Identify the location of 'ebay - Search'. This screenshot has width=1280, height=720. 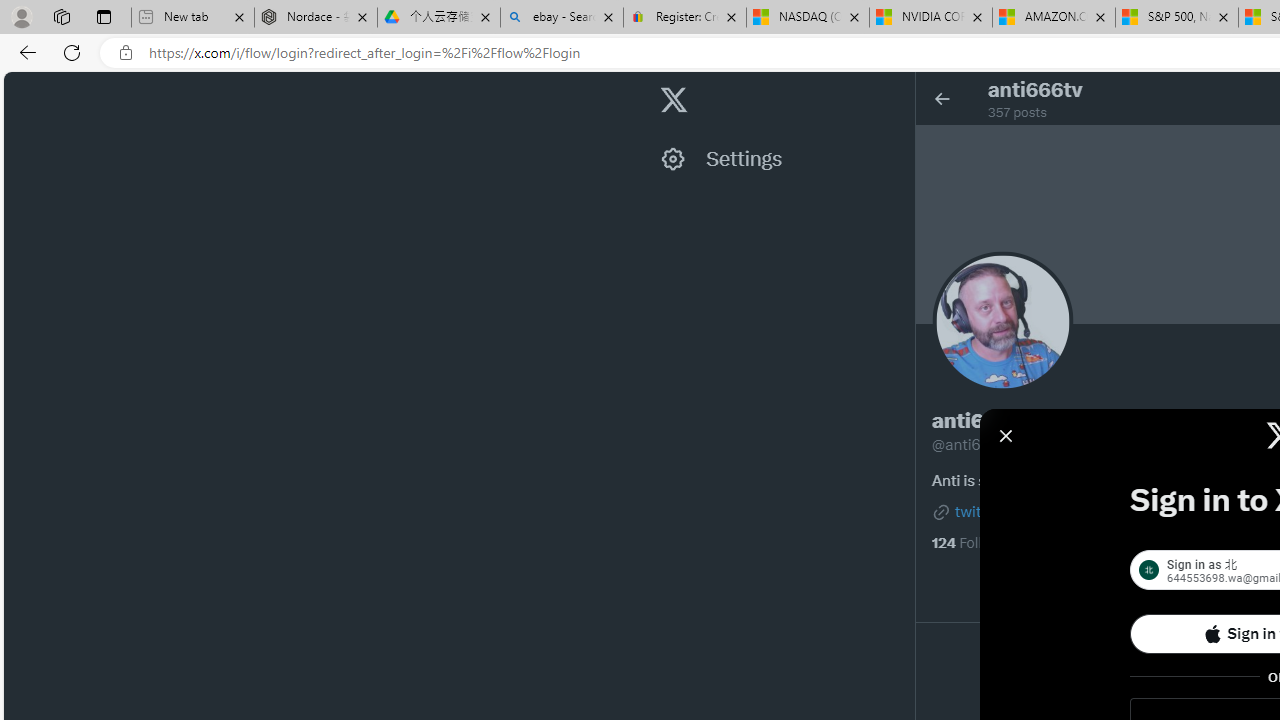
(560, 17).